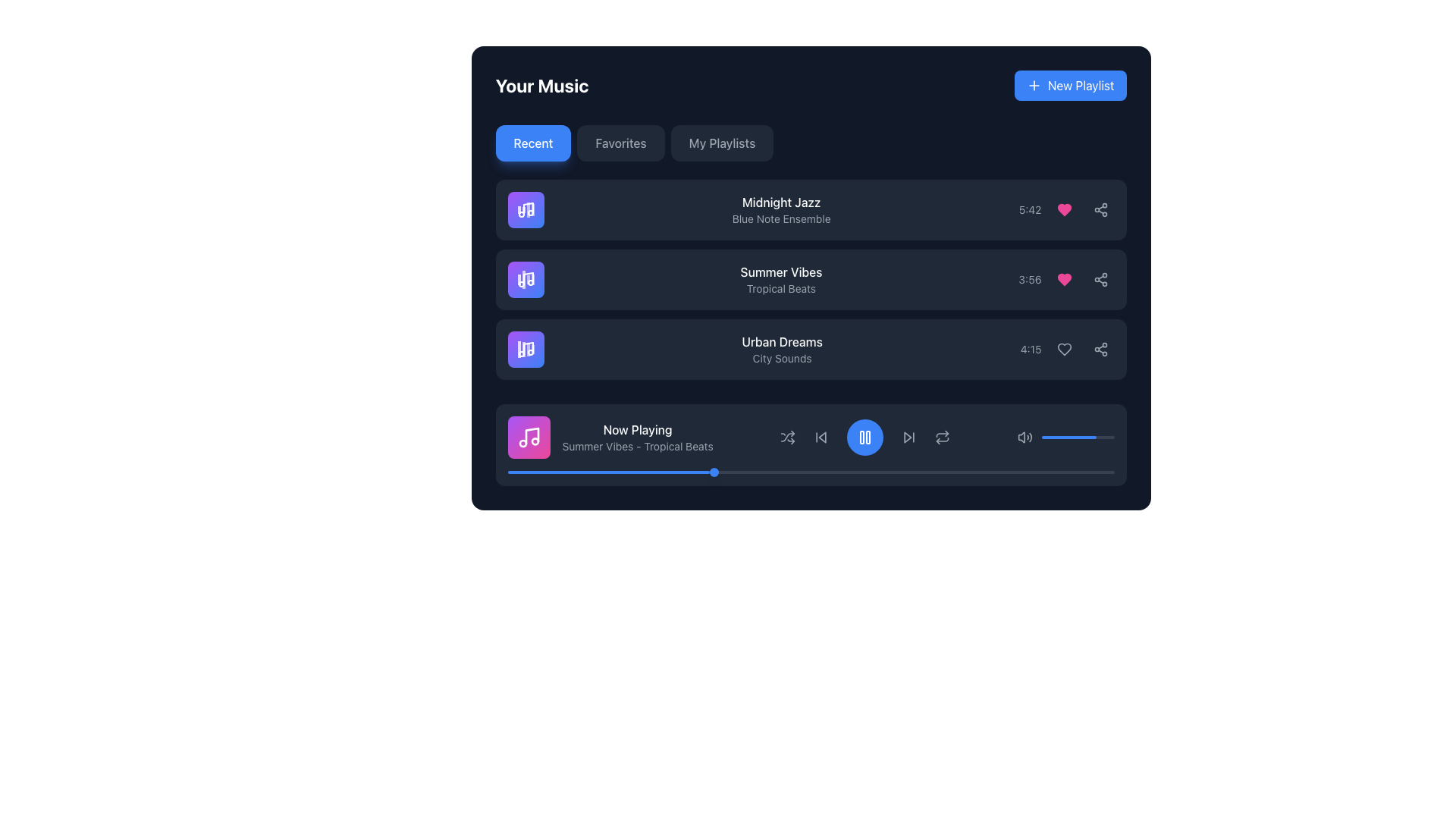 This screenshot has width=1456, height=819. What do you see at coordinates (638, 446) in the screenshot?
I see `the text label that displays detailed information about the currently playing track, located underneath the 'Now Playing' label in the 'Now Playing' section` at bounding box center [638, 446].